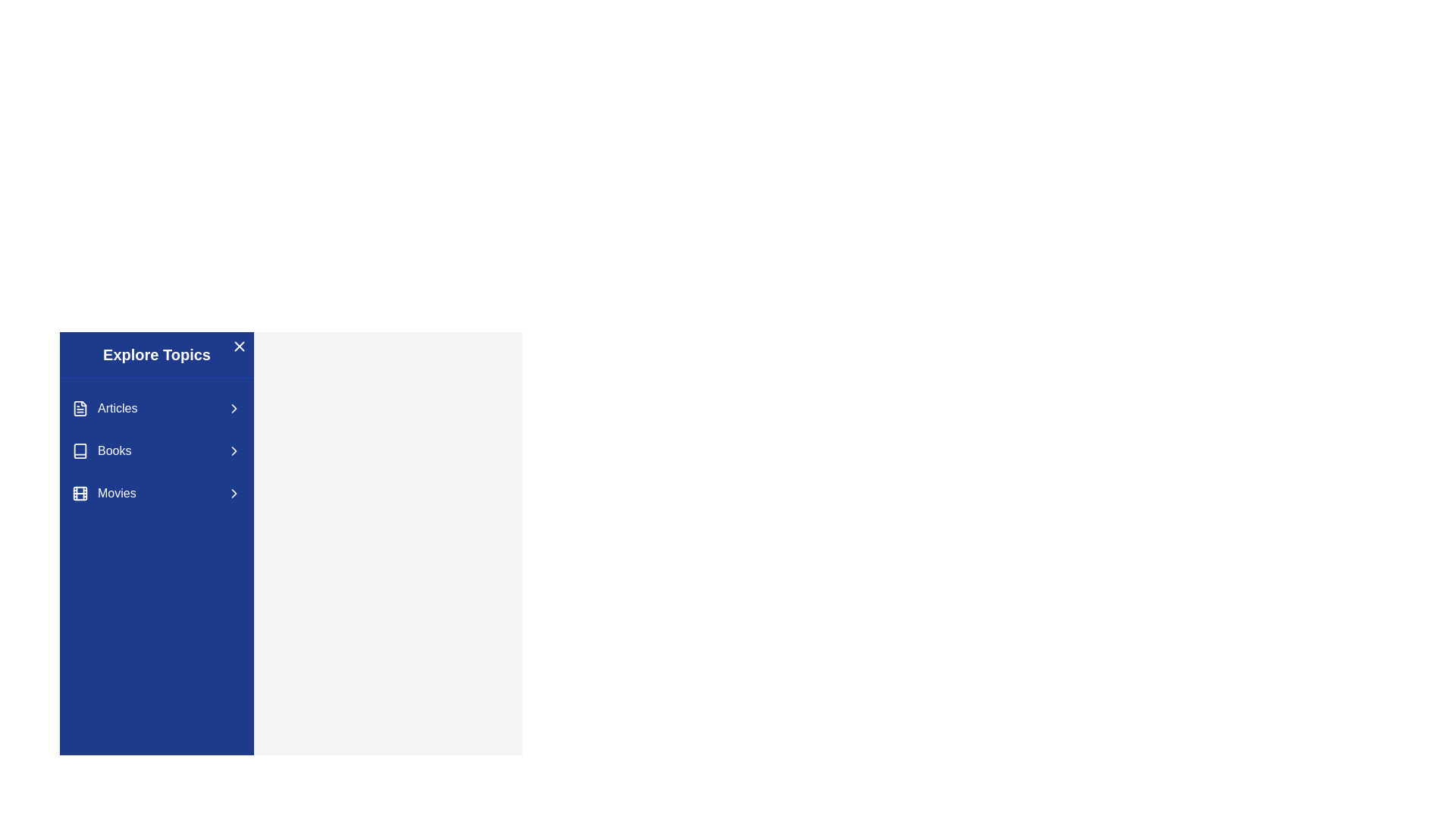 This screenshot has width=1456, height=819. What do you see at coordinates (79, 494) in the screenshot?
I see `the Decorative SVG rectangle styled as a film reel icon in the 'Movies' section of the sidebar menu` at bounding box center [79, 494].